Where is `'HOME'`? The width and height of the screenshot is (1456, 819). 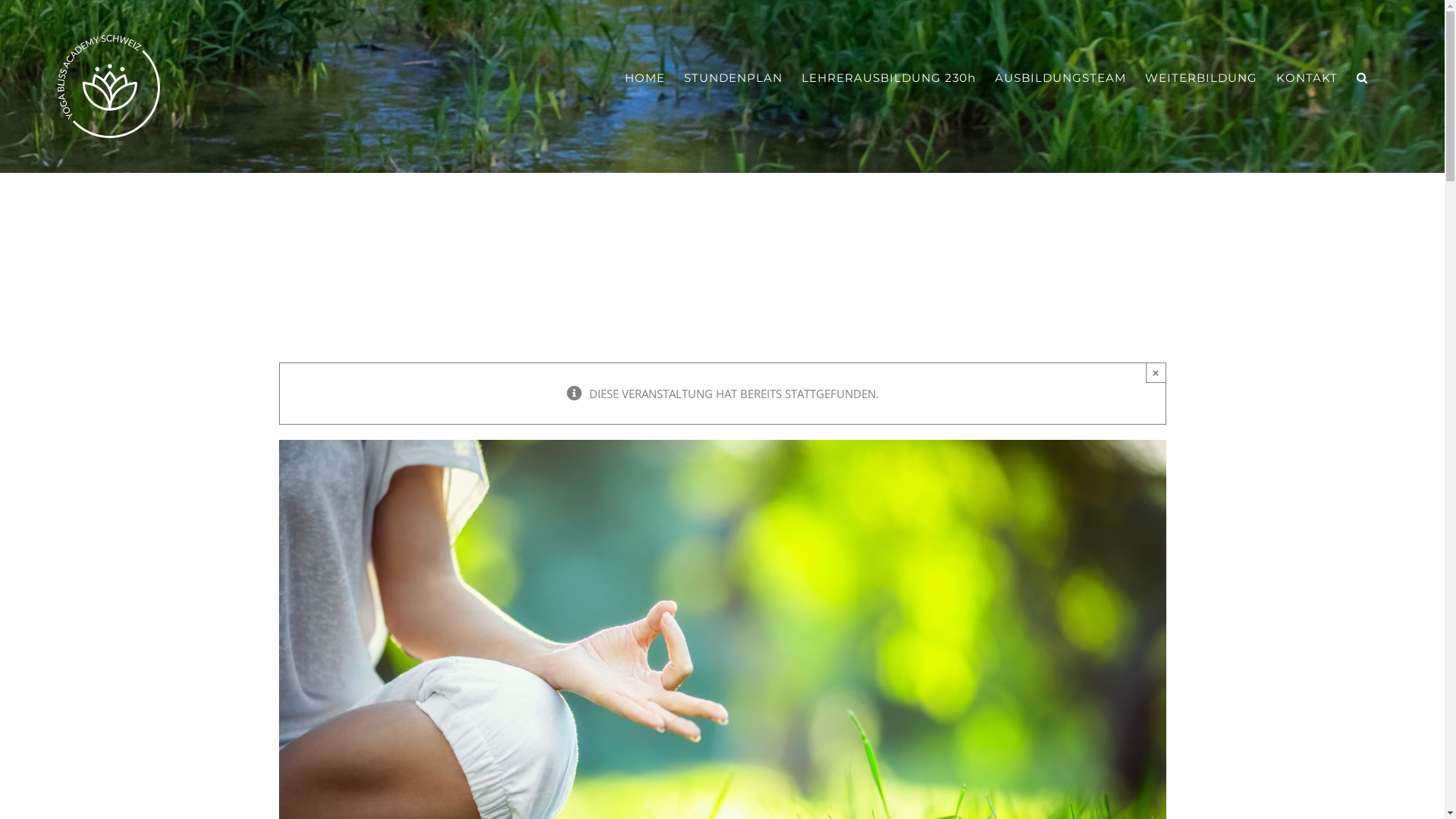 'HOME' is located at coordinates (645, 77).